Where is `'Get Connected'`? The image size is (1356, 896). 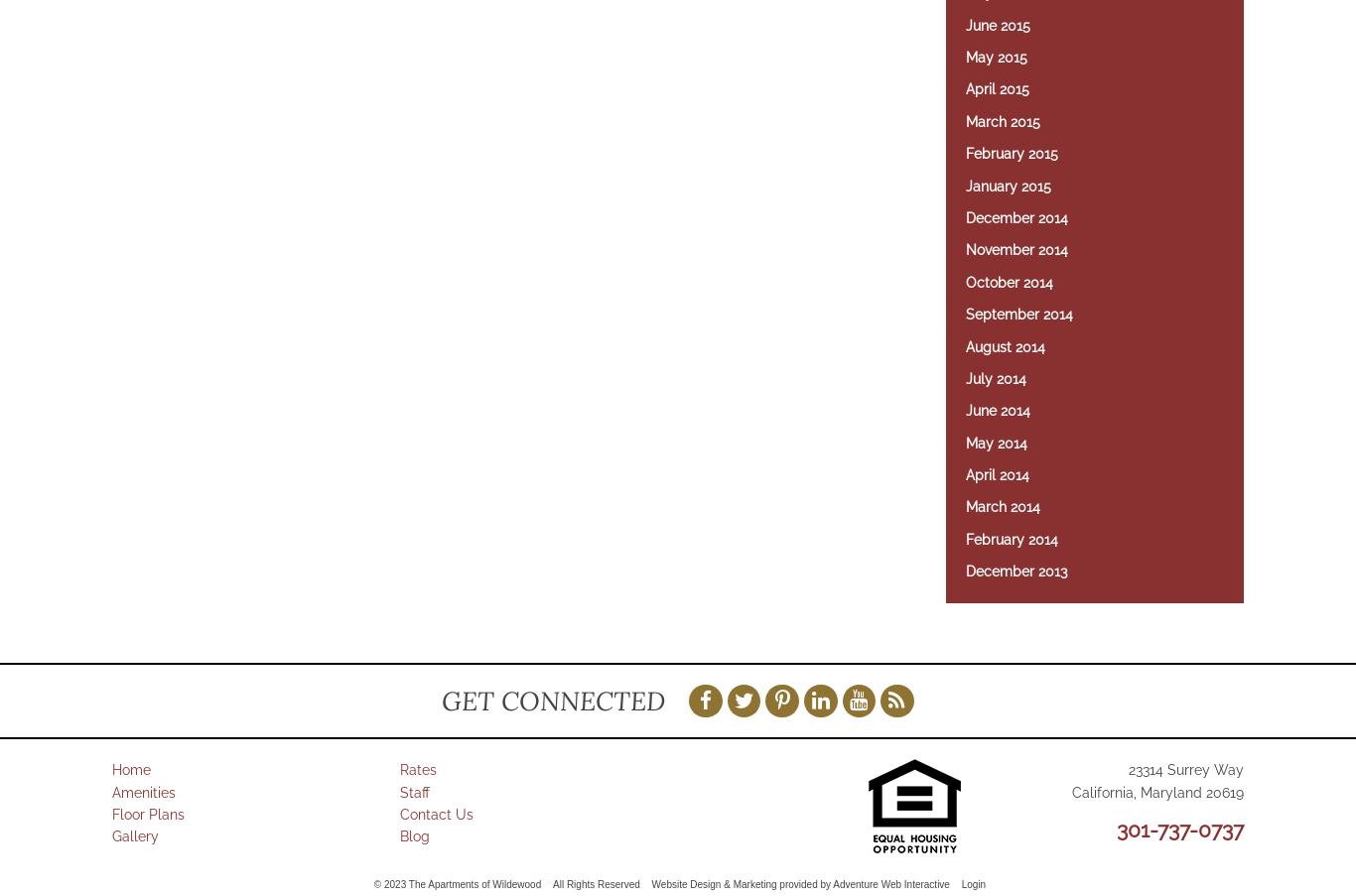 'Get Connected' is located at coordinates (553, 699).